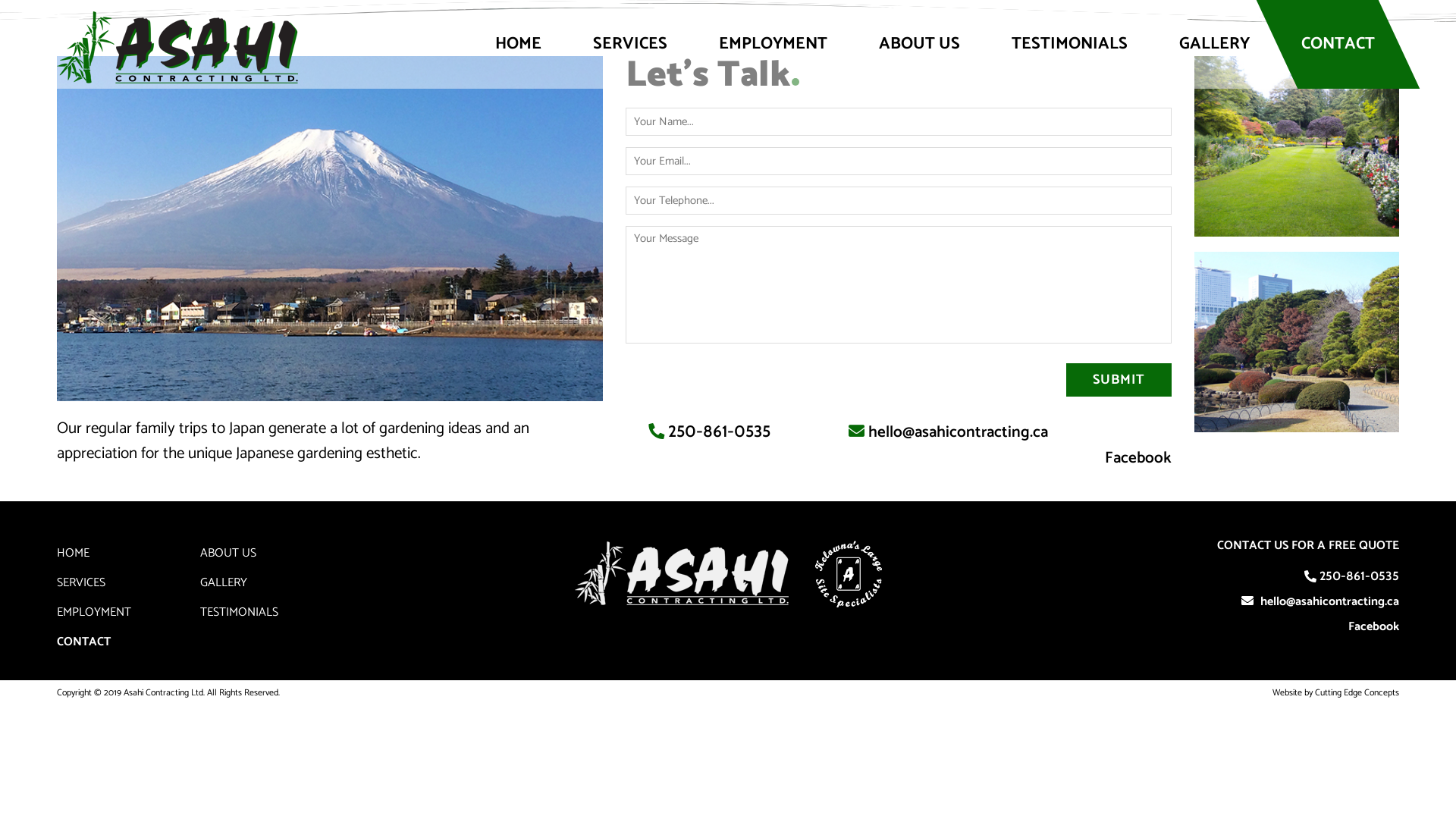  Describe the element at coordinates (1341, 626) in the screenshot. I see `'Facebook'` at that location.